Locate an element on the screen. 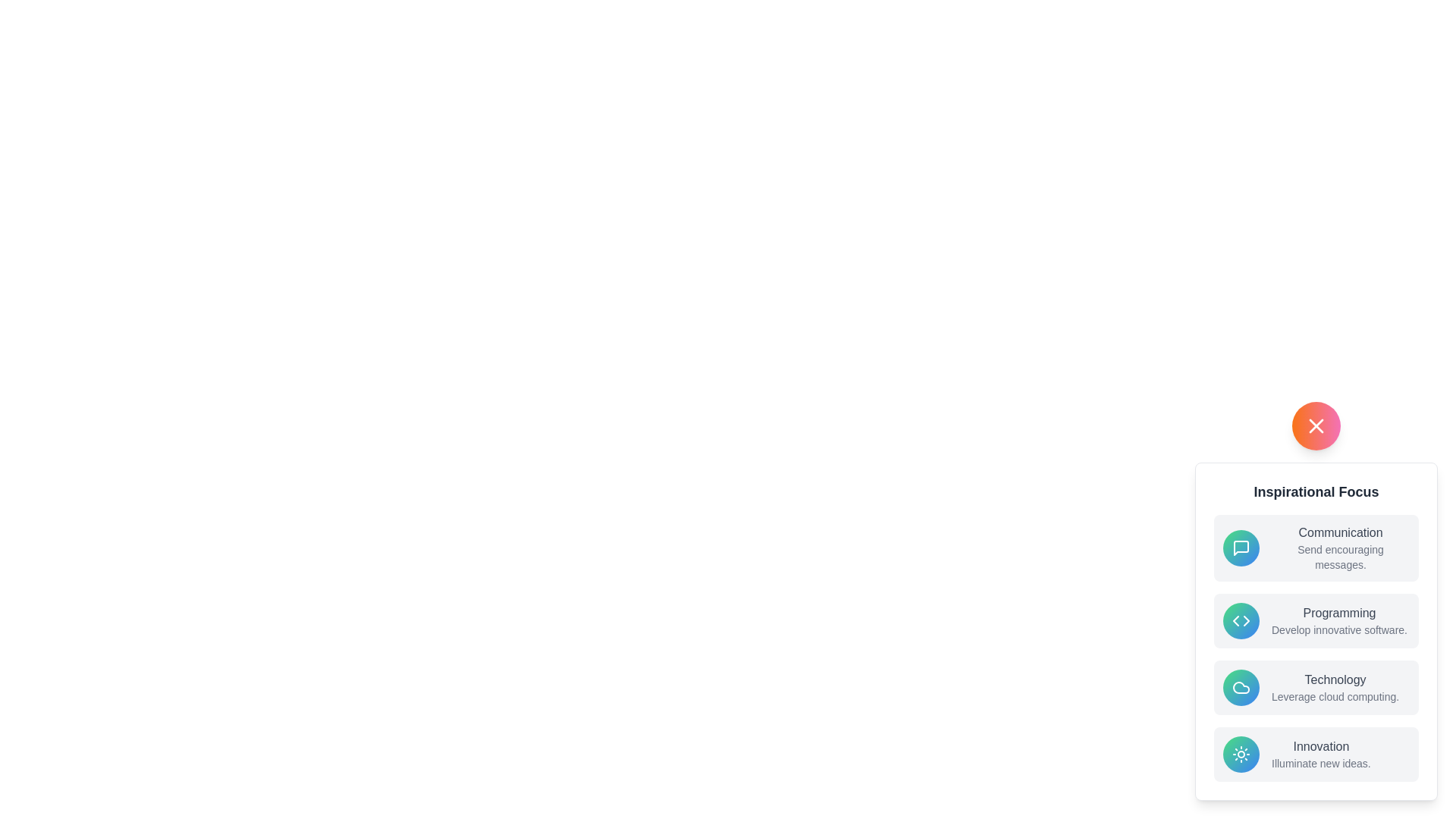  the Technology menu item is located at coordinates (1316, 687).